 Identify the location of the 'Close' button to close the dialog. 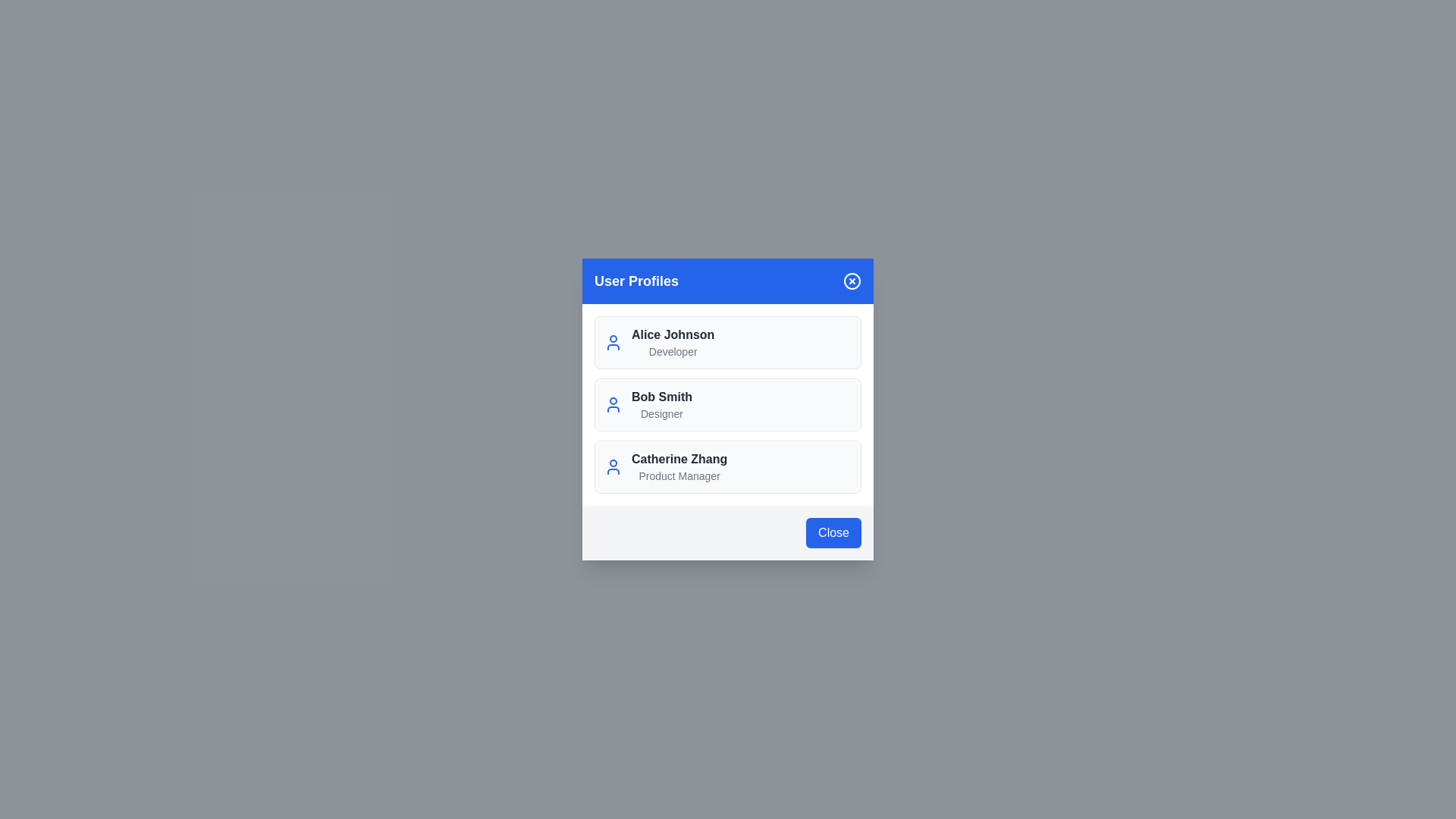
(833, 532).